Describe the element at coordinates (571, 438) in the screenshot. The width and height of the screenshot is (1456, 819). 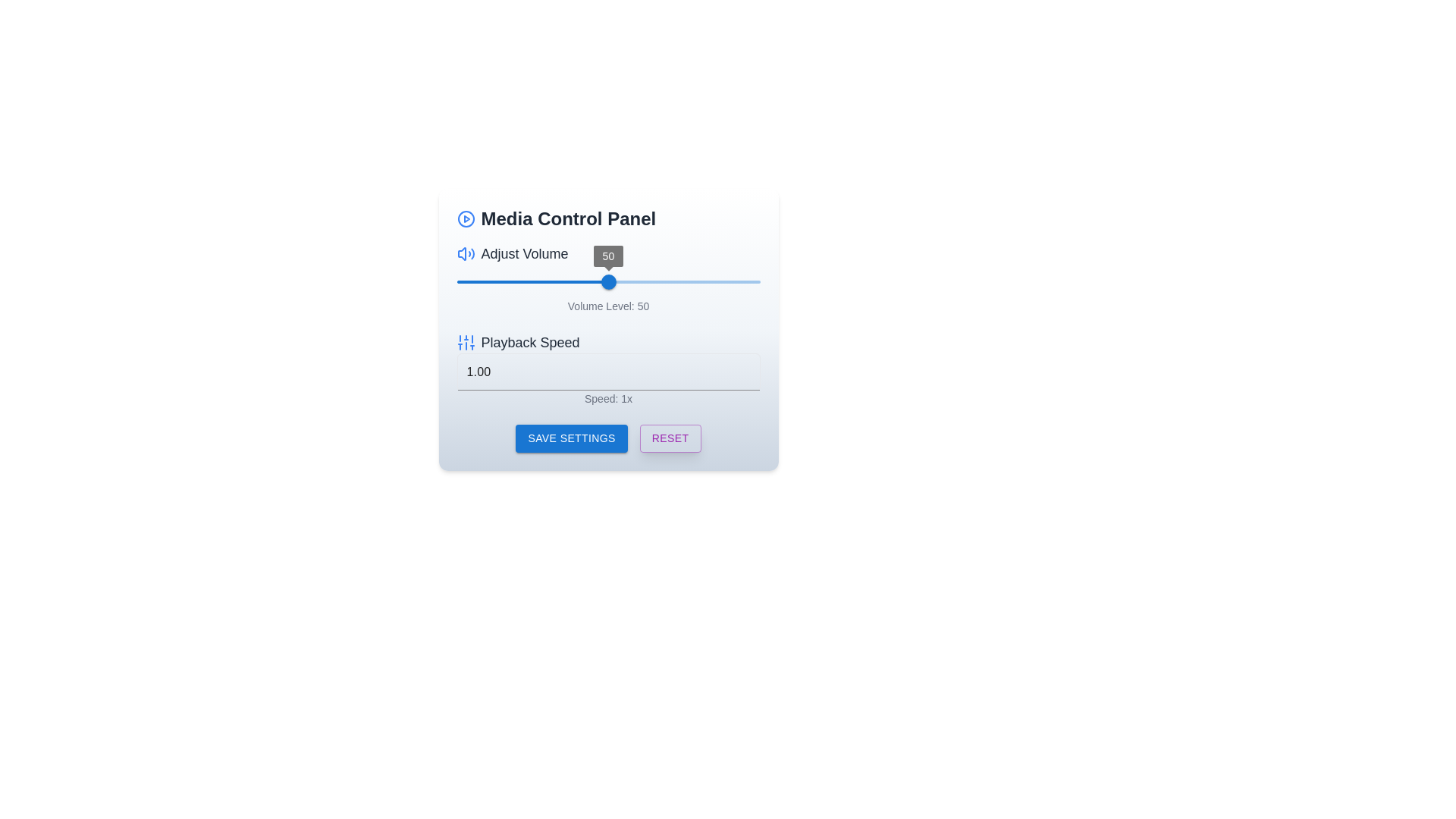
I see `the confirm button, which is the leftmost button in a horizontal arrangement at the bottom of the interface` at that location.